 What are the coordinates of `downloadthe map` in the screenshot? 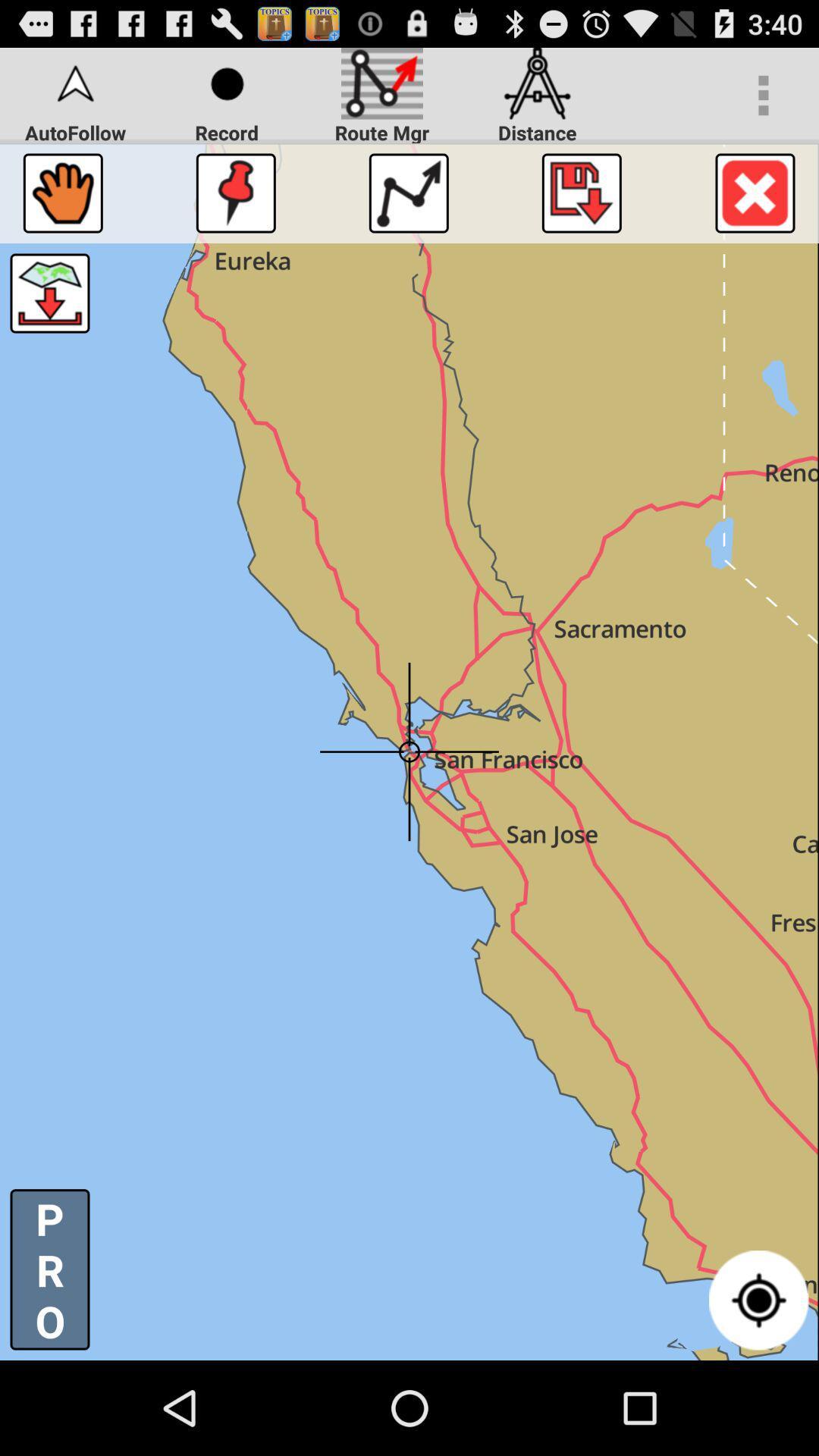 It's located at (581, 192).